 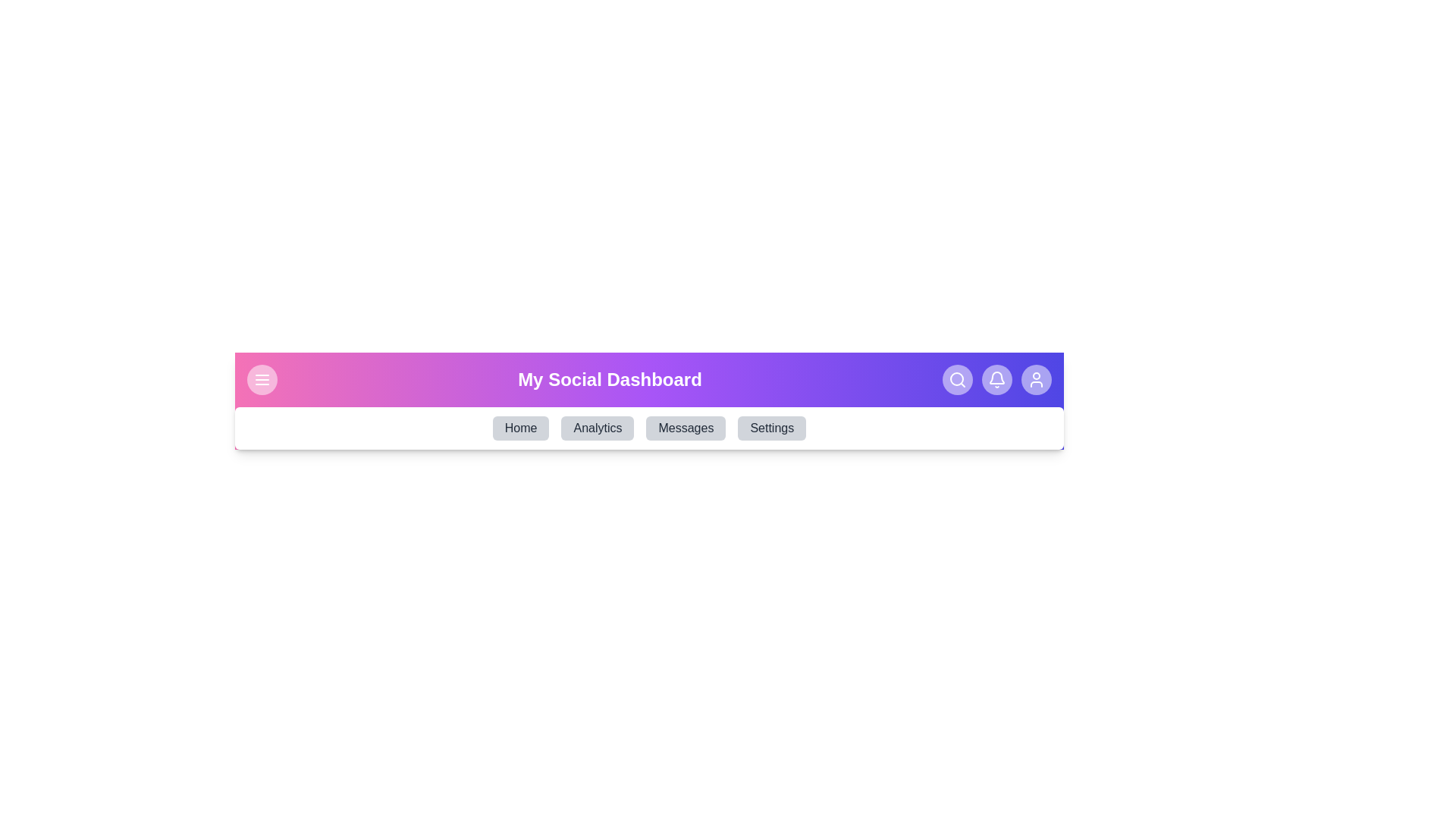 What do you see at coordinates (596, 428) in the screenshot?
I see `the navigation item Analytics from the navigation bar` at bounding box center [596, 428].